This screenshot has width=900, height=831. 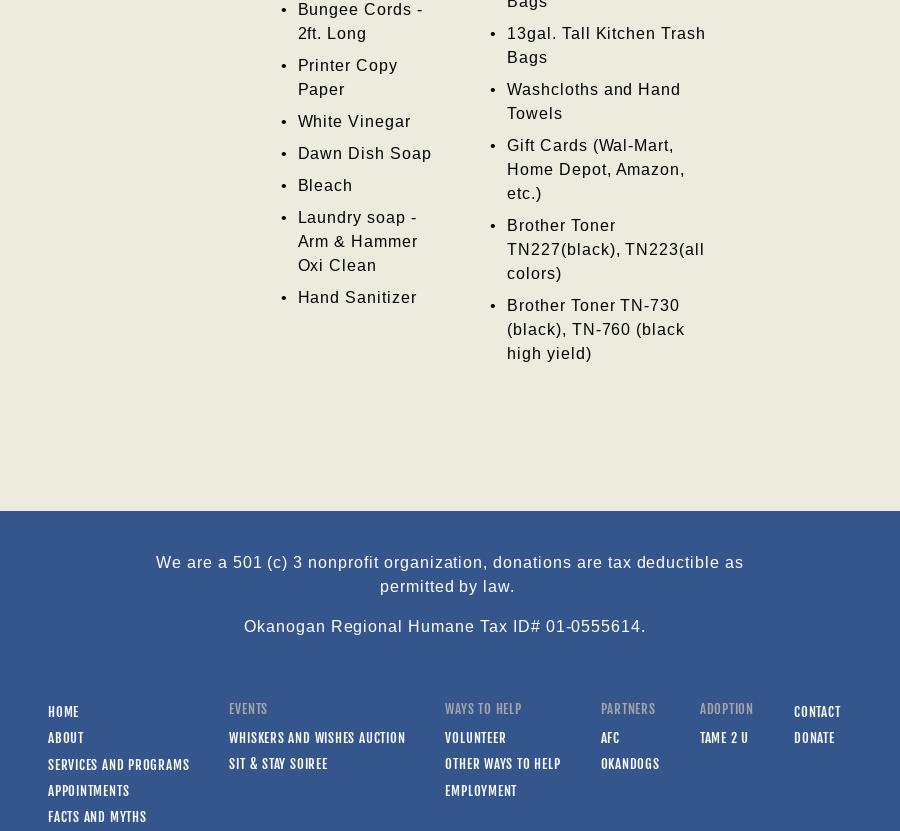 What do you see at coordinates (46, 764) in the screenshot?
I see `'Services and Programs'` at bounding box center [46, 764].